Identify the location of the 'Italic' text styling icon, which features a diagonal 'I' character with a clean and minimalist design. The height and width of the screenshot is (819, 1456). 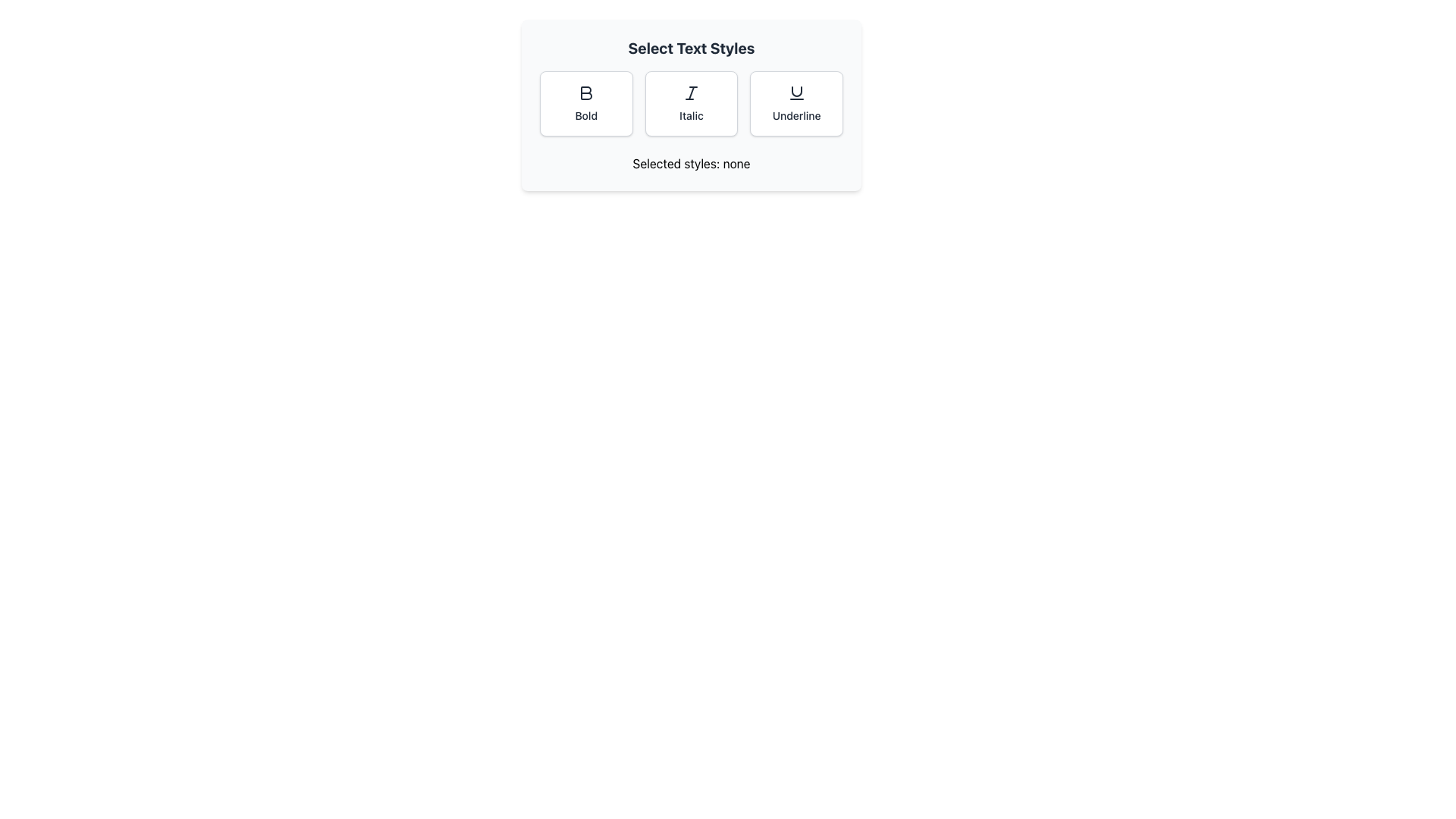
(691, 93).